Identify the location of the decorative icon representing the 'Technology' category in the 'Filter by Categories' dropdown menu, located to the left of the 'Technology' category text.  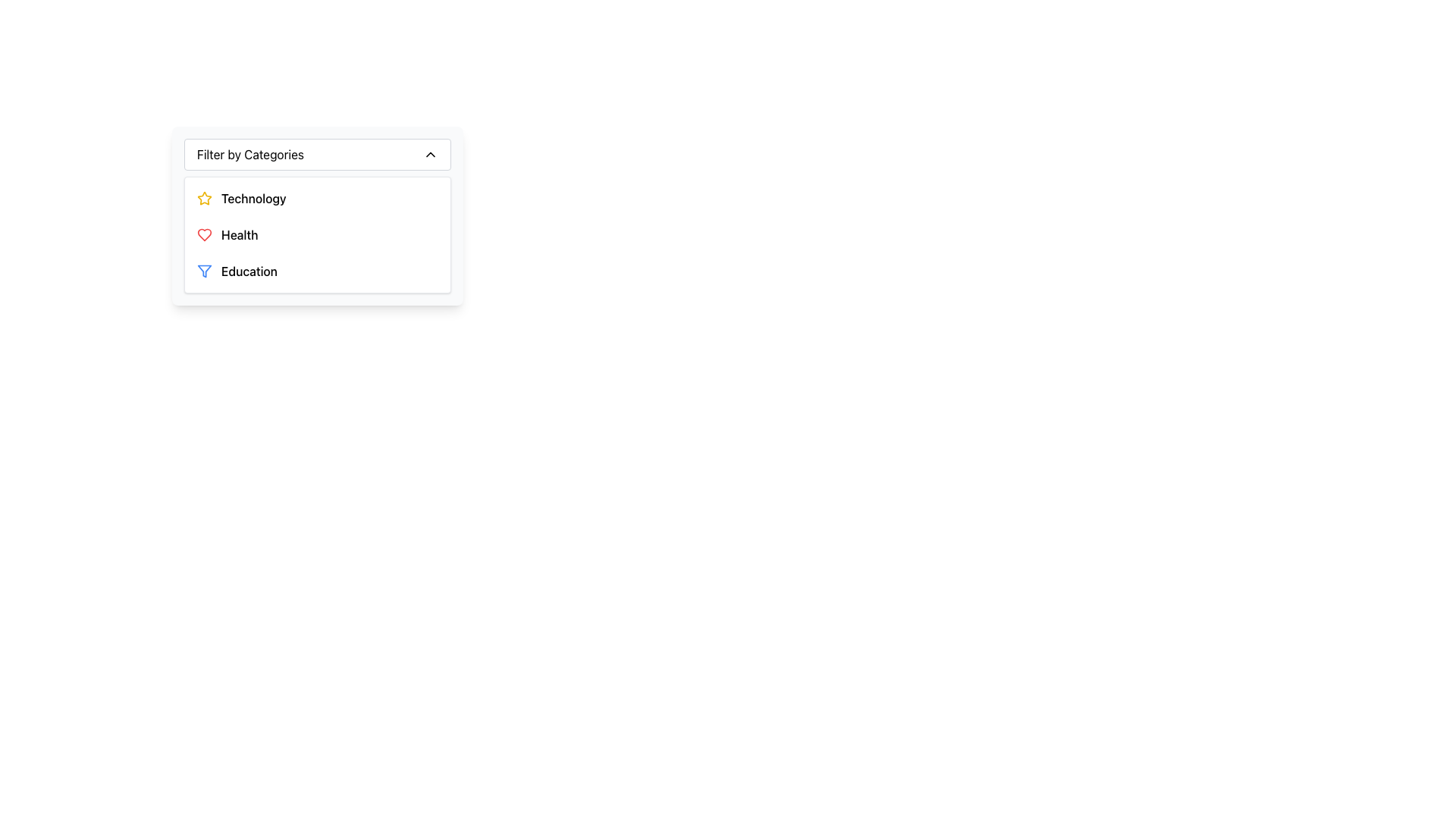
(203, 197).